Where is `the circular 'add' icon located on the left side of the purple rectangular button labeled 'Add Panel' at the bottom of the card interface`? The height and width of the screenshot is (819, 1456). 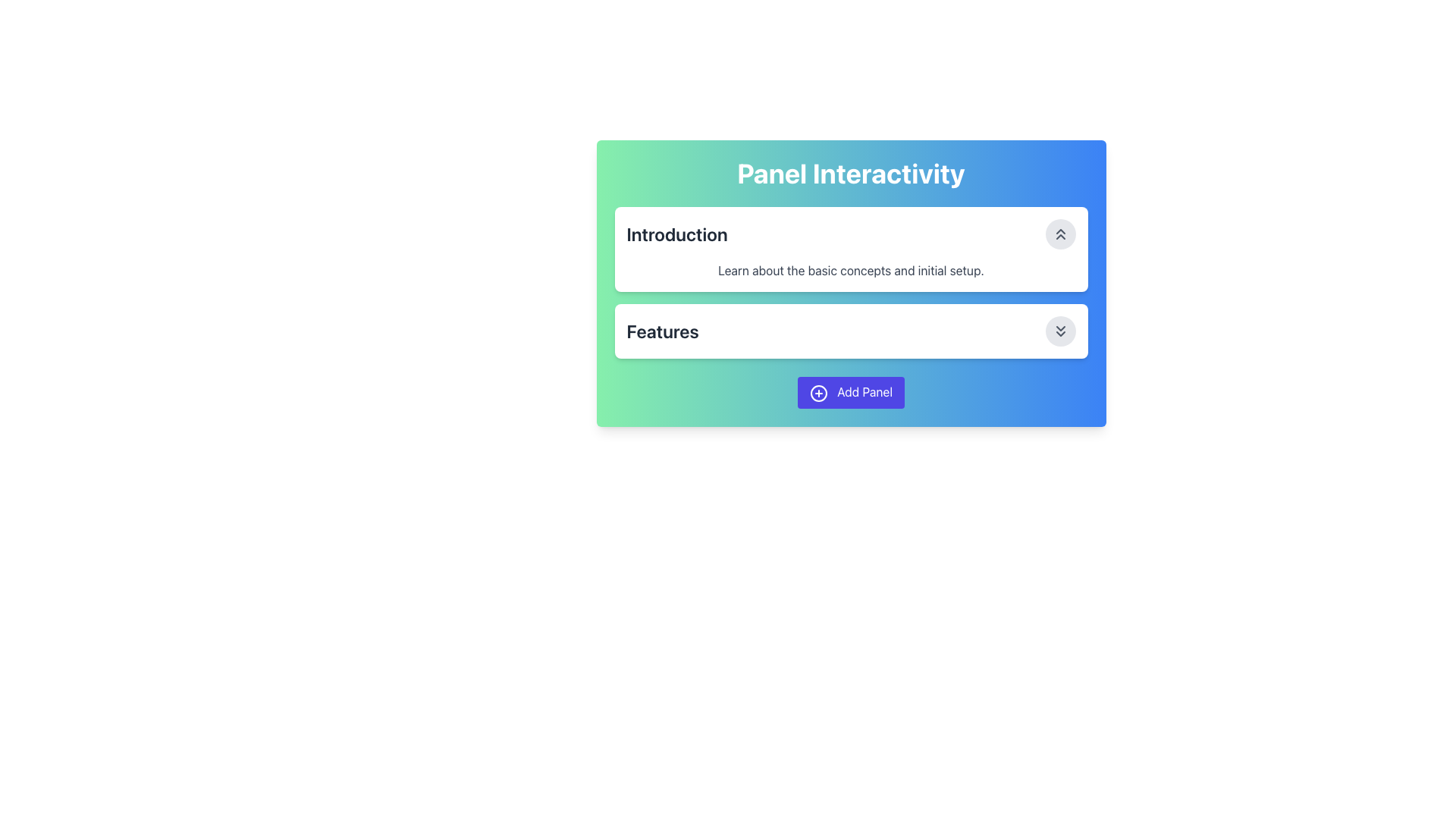 the circular 'add' icon located on the left side of the purple rectangular button labeled 'Add Panel' at the bottom of the card interface is located at coordinates (818, 392).